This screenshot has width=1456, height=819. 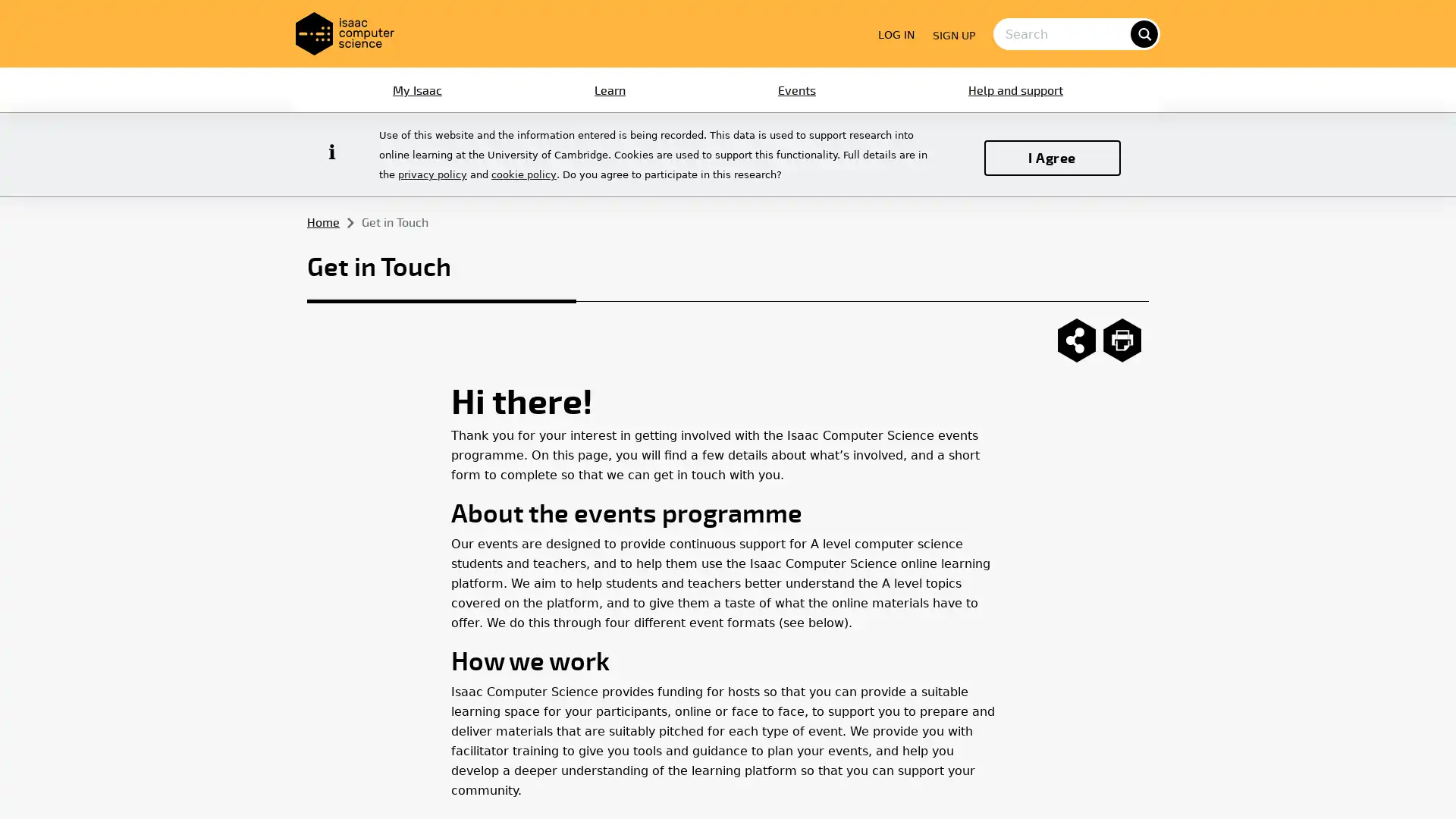 I want to click on Get share link, so click(x=1076, y=338).